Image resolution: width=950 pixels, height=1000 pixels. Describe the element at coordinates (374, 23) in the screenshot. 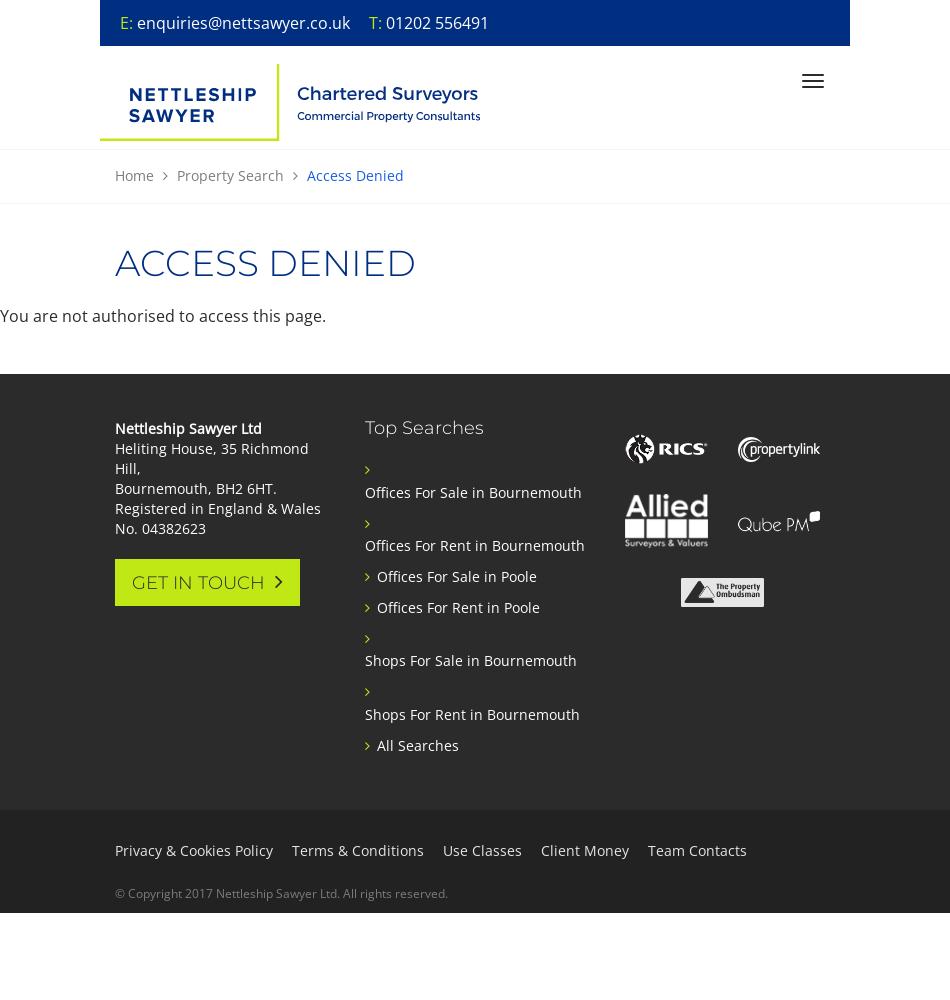

I see `'T:'` at that location.